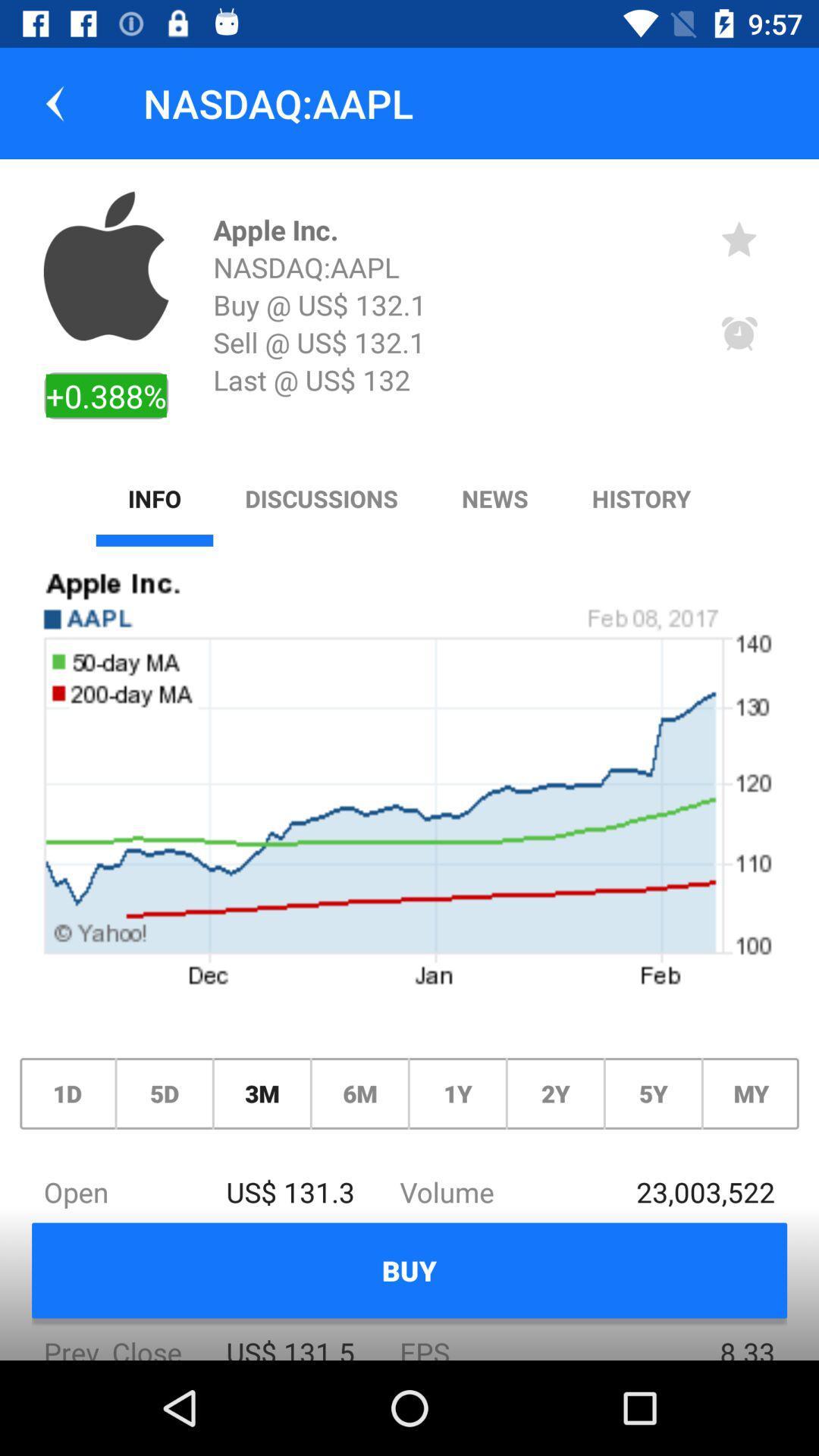  I want to click on 1y item, so click(457, 1094).